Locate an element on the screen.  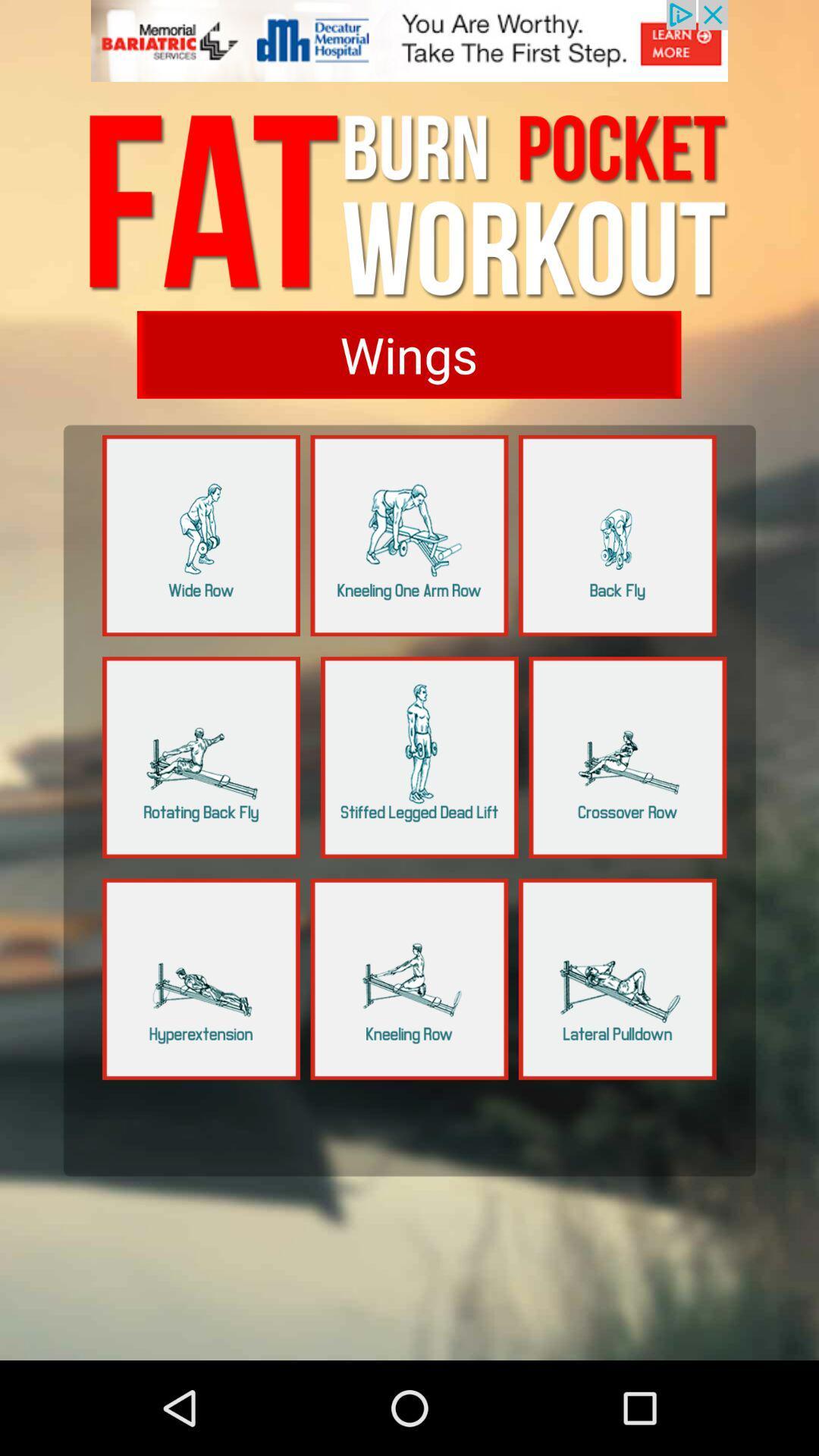
click kneeling row is located at coordinates (409, 979).